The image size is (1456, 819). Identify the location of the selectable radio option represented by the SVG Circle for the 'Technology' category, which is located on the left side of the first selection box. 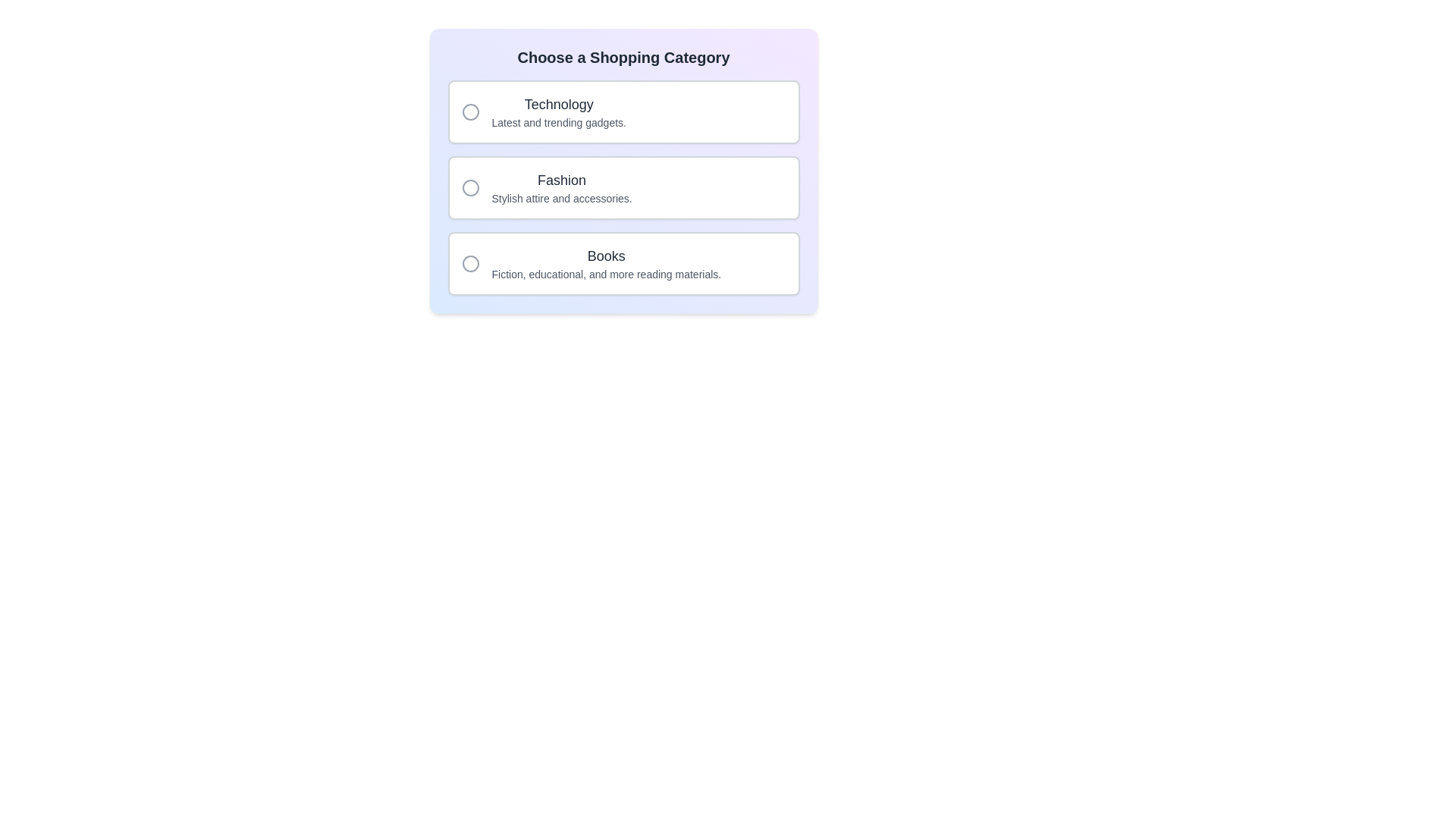
(469, 111).